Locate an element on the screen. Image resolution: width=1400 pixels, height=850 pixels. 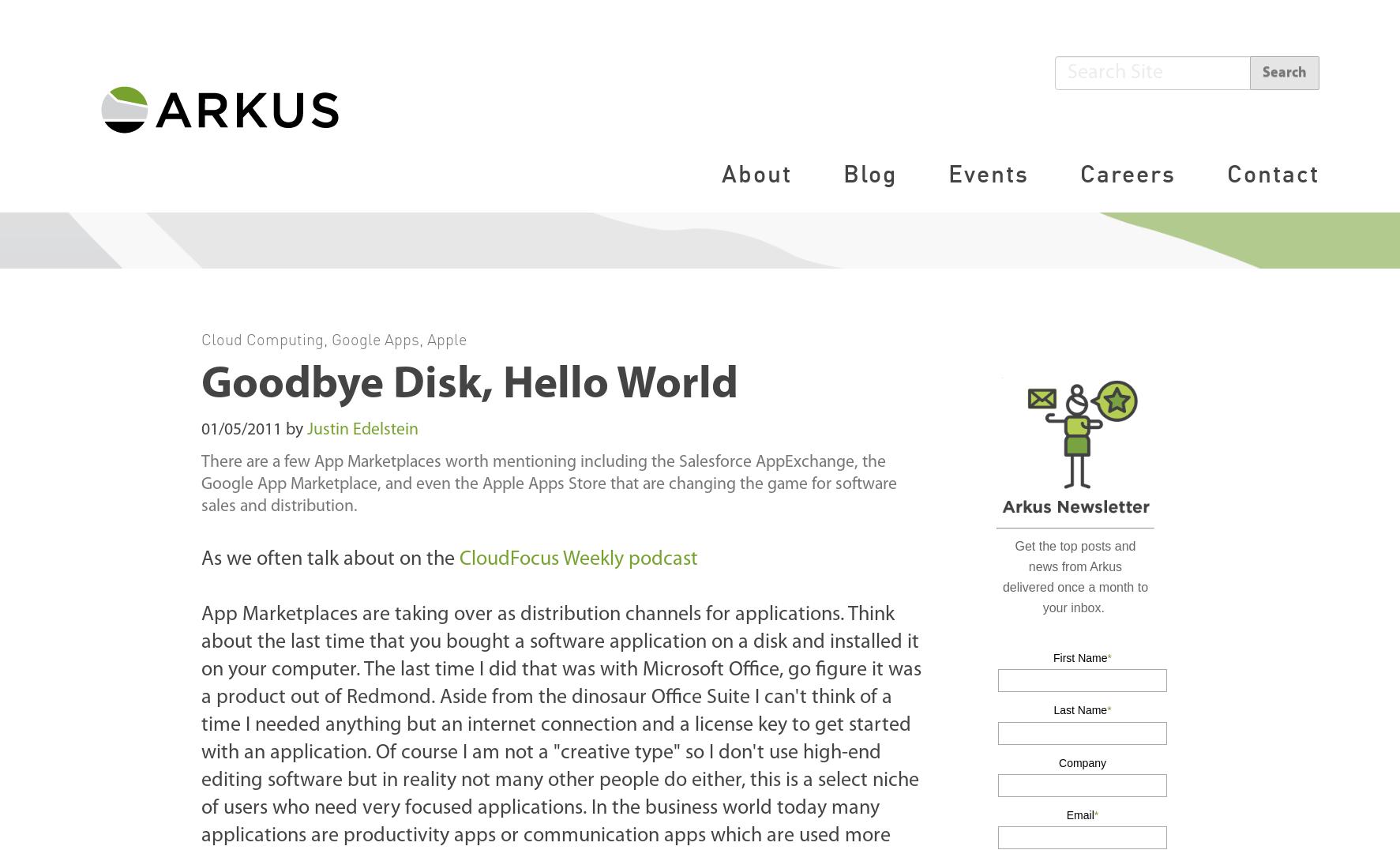
'There are a few App Marketplaces worth mentioning including the Salesforce AppExchange, the Google App Marketplace, and even the Apple Apps Store that are changing the game for software sales and distribution.' is located at coordinates (200, 483).